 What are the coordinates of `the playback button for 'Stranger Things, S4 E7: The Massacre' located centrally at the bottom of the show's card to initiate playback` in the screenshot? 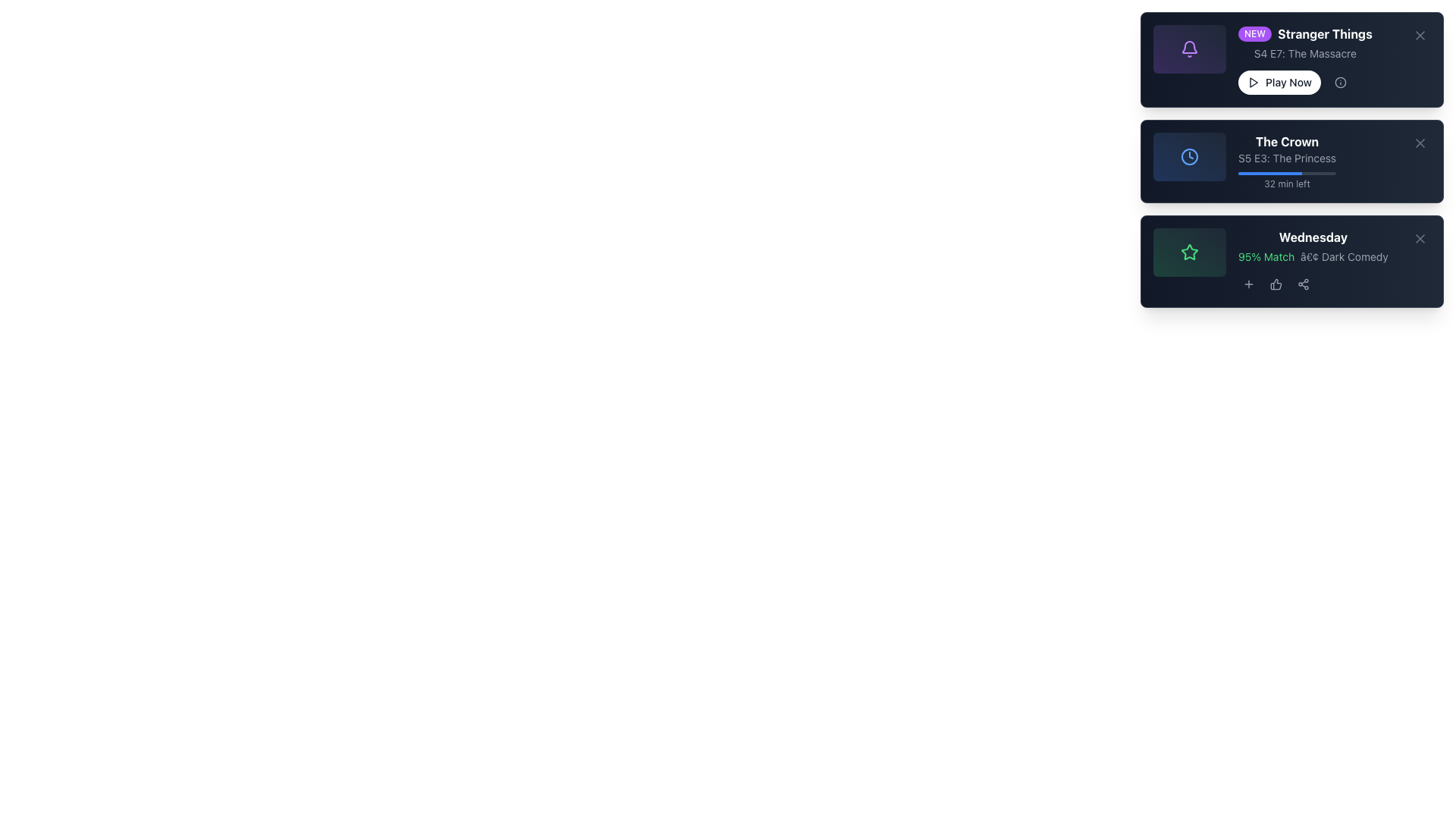 It's located at (1304, 82).